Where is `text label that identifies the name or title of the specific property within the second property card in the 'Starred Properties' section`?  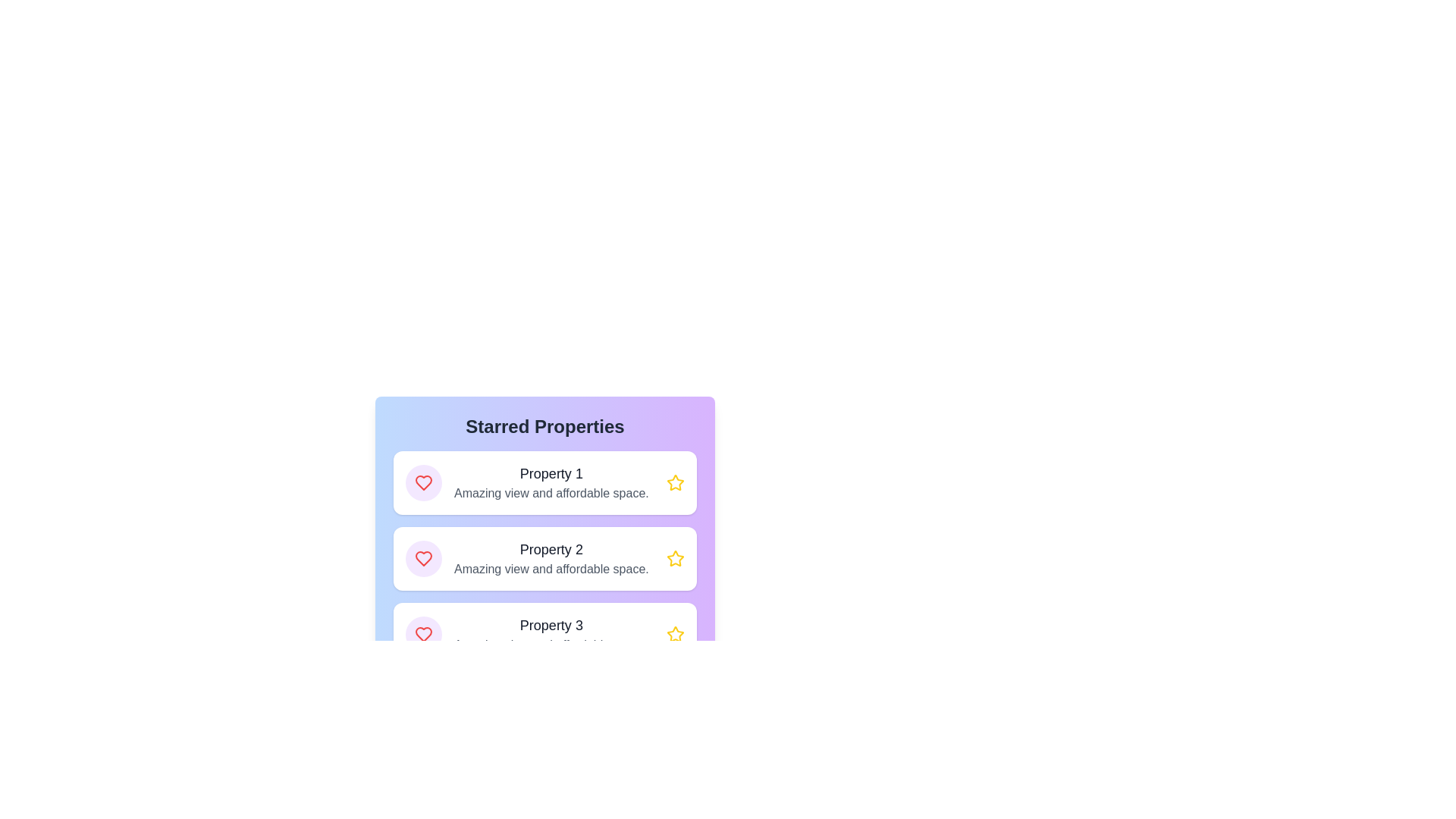
text label that identifies the name or title of the specific property within the second property card in the 'Starred Properties' section is located at coordinates (551, 550).